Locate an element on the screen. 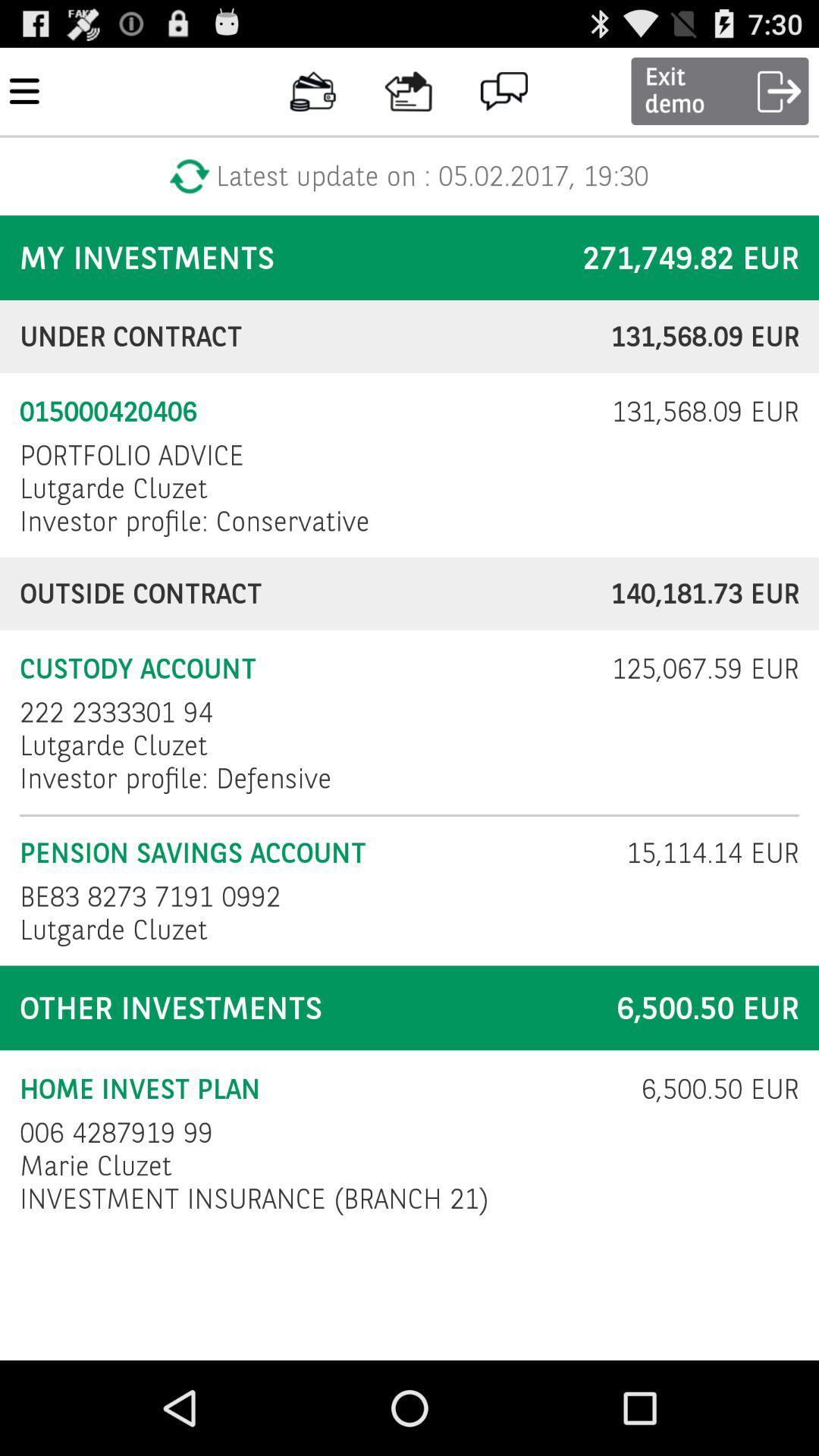  the checkbox to the left of 6 500 50 item is located at coordinates (320, 1088).